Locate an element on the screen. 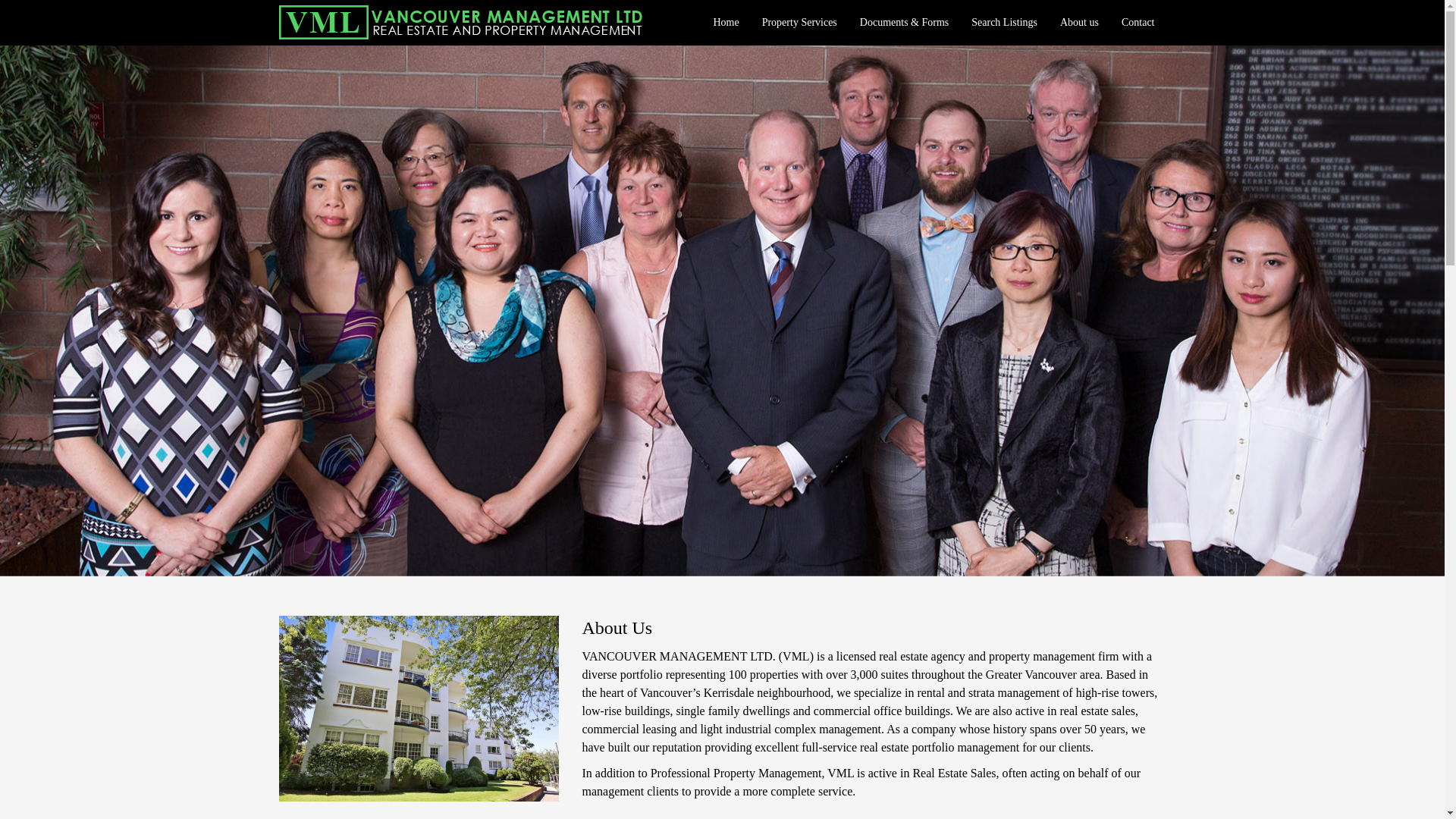 This screenshot has height=819, width=1456. 'Contact' is located at coordinates (1138, 23).